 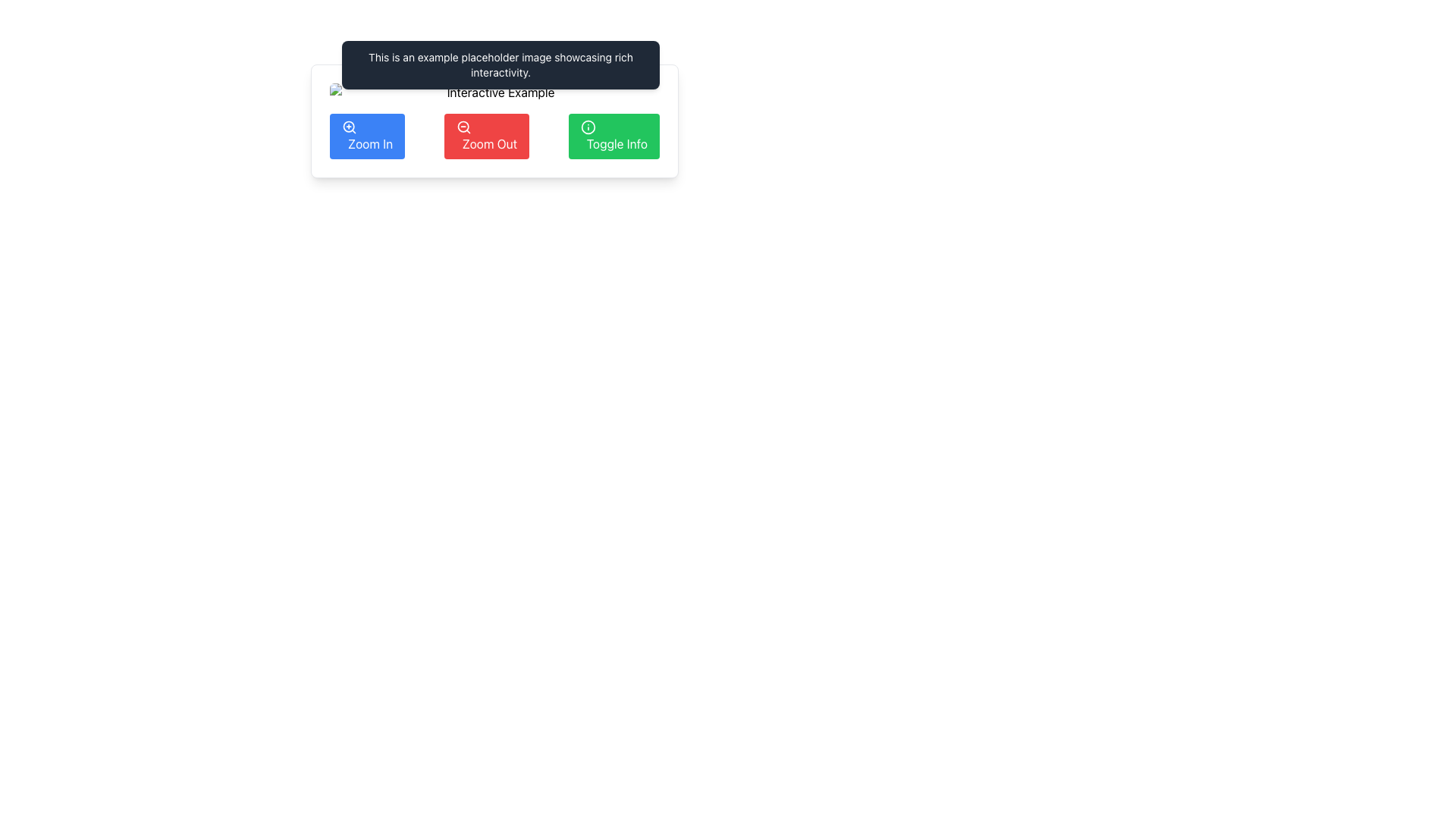 What do you see at coordinates (463, 127) in the screenshot?
I see `the magnifying glass icon with a minus sign, located within the red 'Zoom Out' button, to zoom out` at bounding box center [463, 127].